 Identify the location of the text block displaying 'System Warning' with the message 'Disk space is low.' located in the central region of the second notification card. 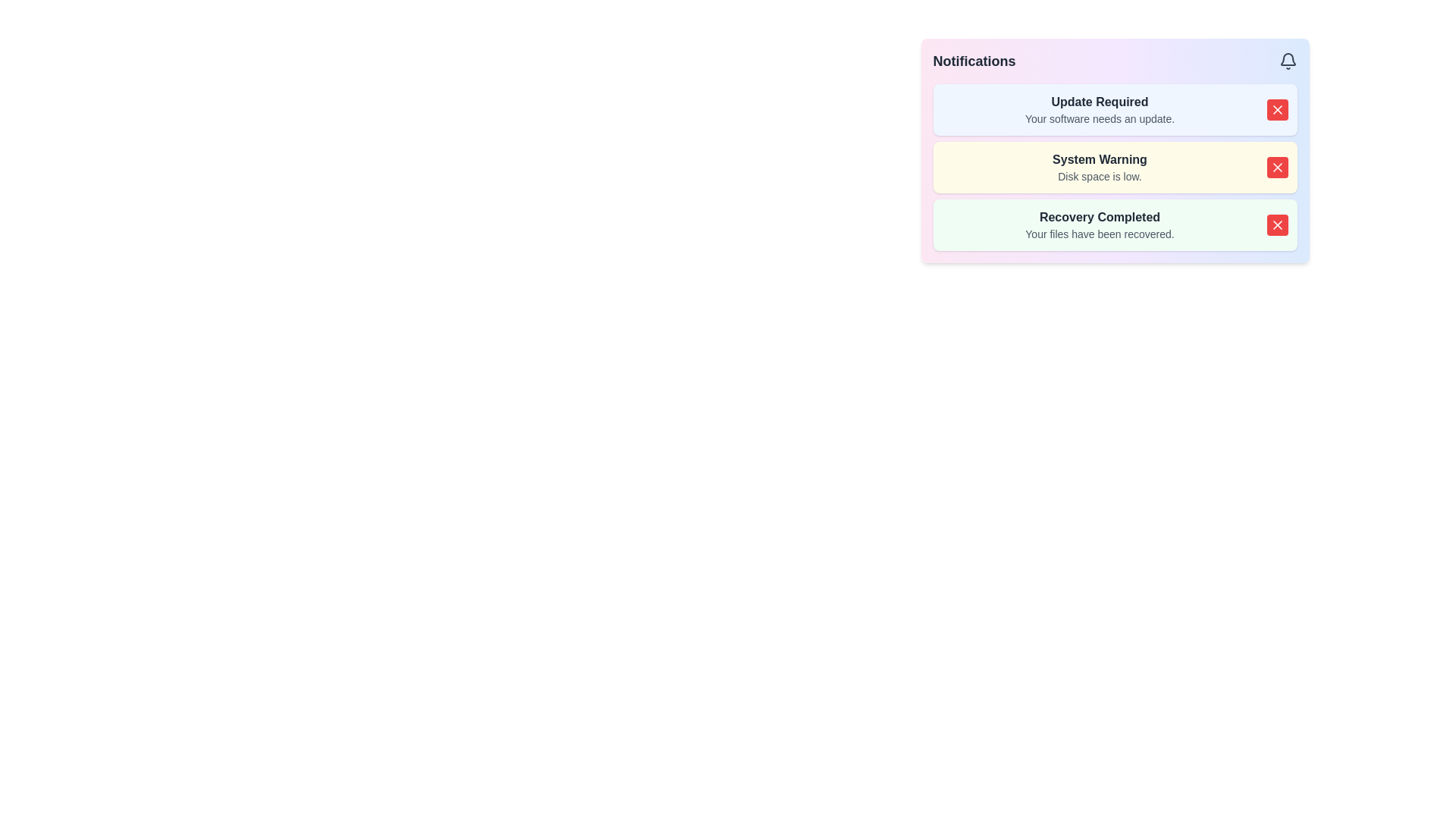
(1100, 167).